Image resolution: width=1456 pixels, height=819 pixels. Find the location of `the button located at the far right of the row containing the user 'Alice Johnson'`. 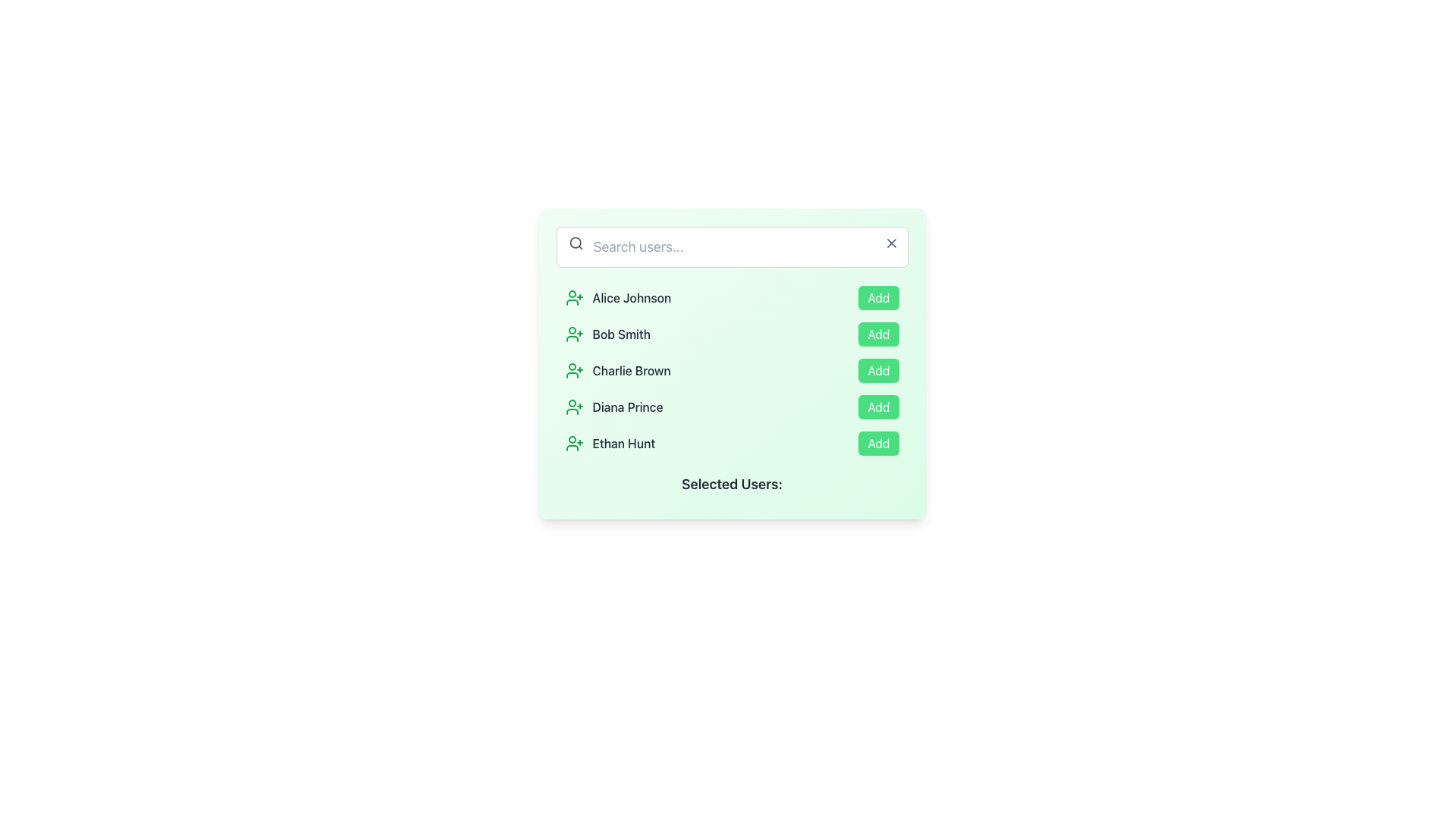

the button located at the far right of the row containing the user 'Alice Johnson' is located at coordinates (878, 298).